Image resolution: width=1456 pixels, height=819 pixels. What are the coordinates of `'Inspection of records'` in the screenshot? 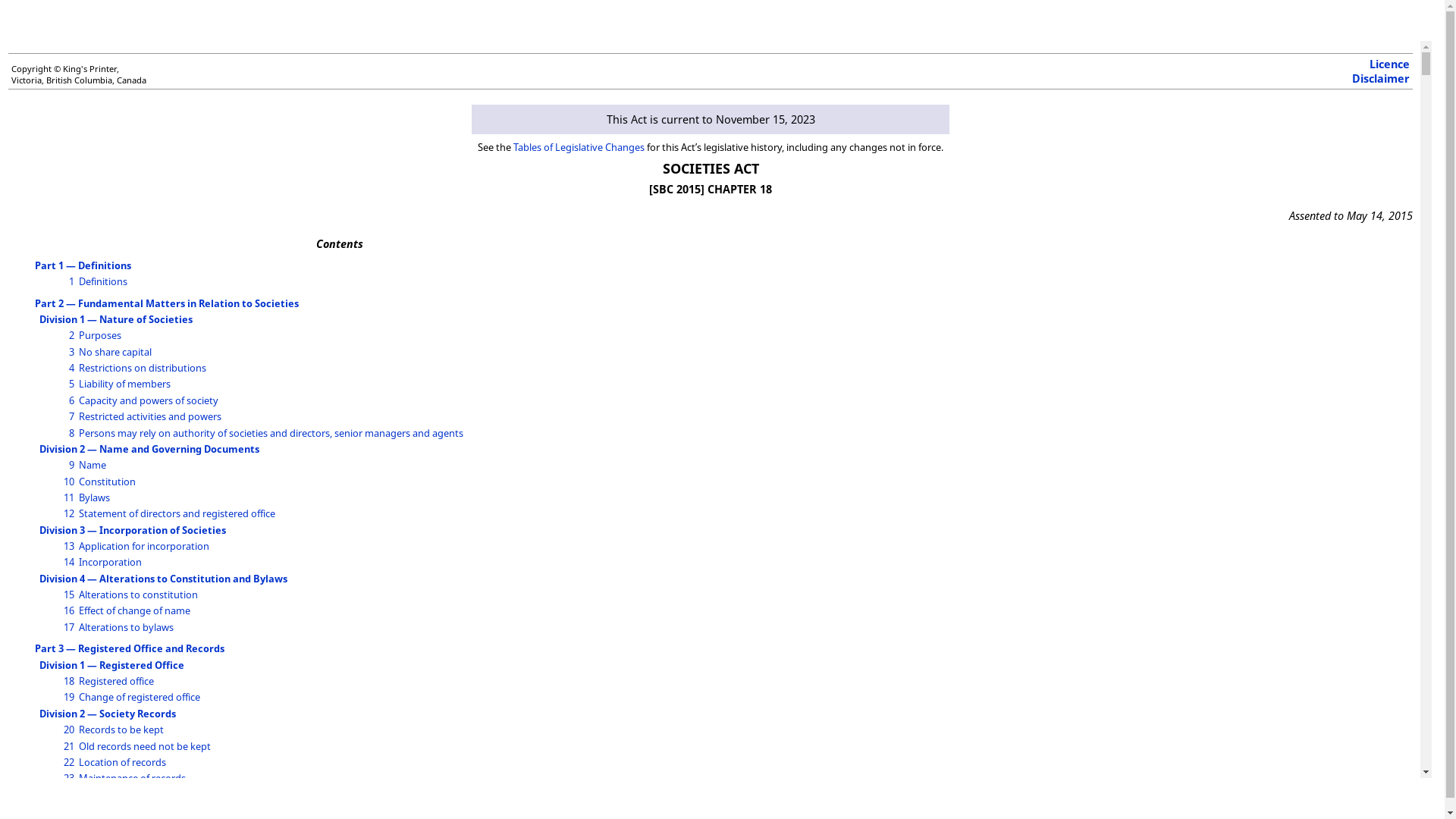 It's located at (127, 794).